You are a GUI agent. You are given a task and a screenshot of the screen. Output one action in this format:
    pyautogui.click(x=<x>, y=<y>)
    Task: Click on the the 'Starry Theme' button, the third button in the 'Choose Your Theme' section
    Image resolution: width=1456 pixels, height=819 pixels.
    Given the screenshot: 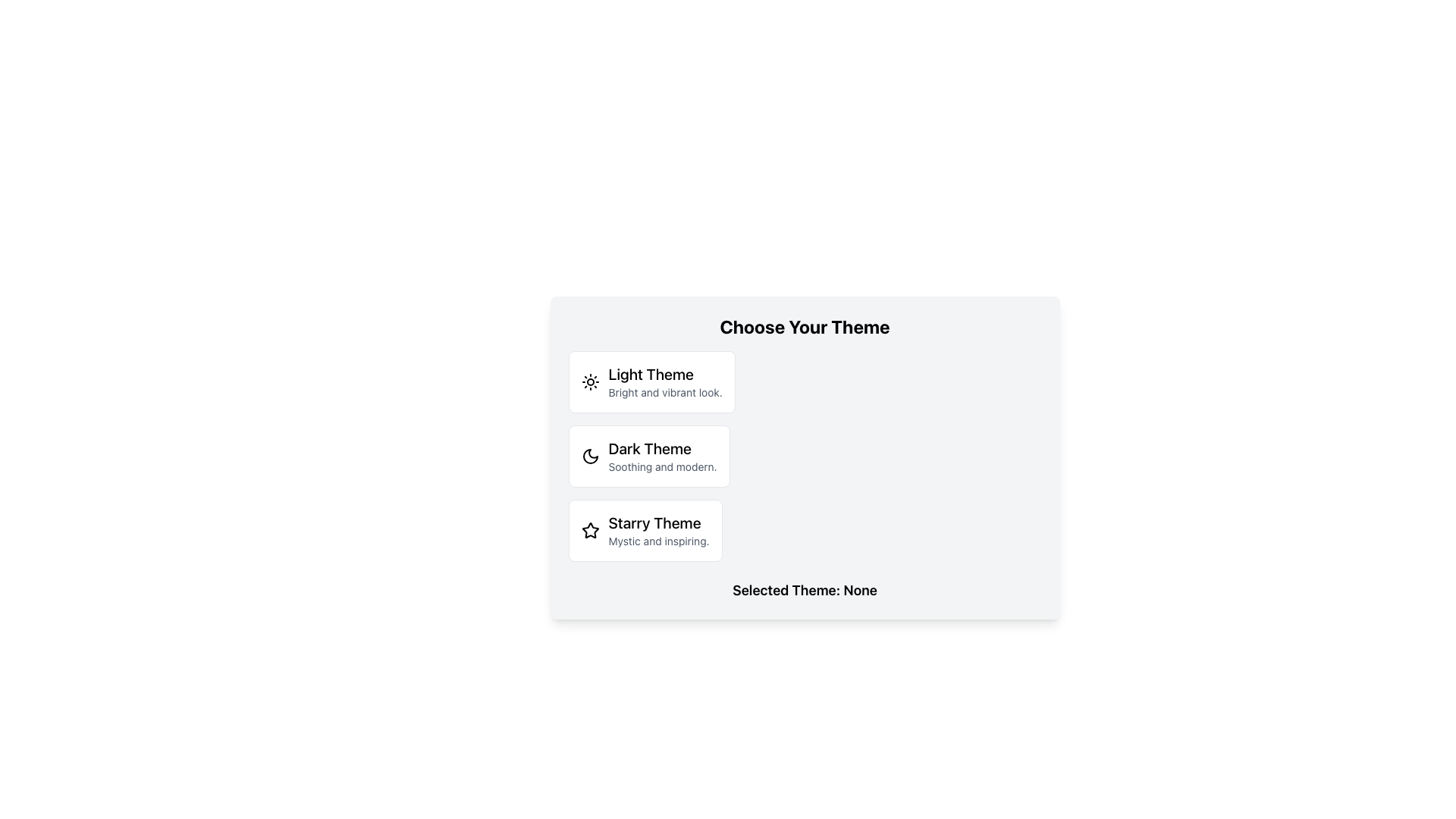 What is the action you would take?
    pyautogui.click(x=645, y=529)
    